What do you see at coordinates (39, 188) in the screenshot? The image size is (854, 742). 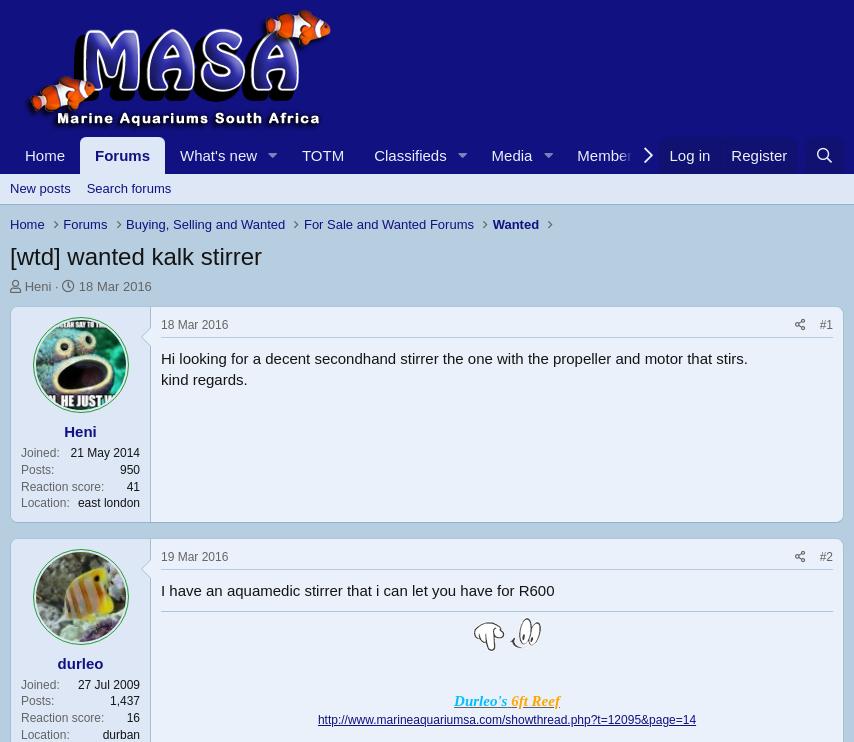 I see `'New posts'` at bounding box center [39, 188].